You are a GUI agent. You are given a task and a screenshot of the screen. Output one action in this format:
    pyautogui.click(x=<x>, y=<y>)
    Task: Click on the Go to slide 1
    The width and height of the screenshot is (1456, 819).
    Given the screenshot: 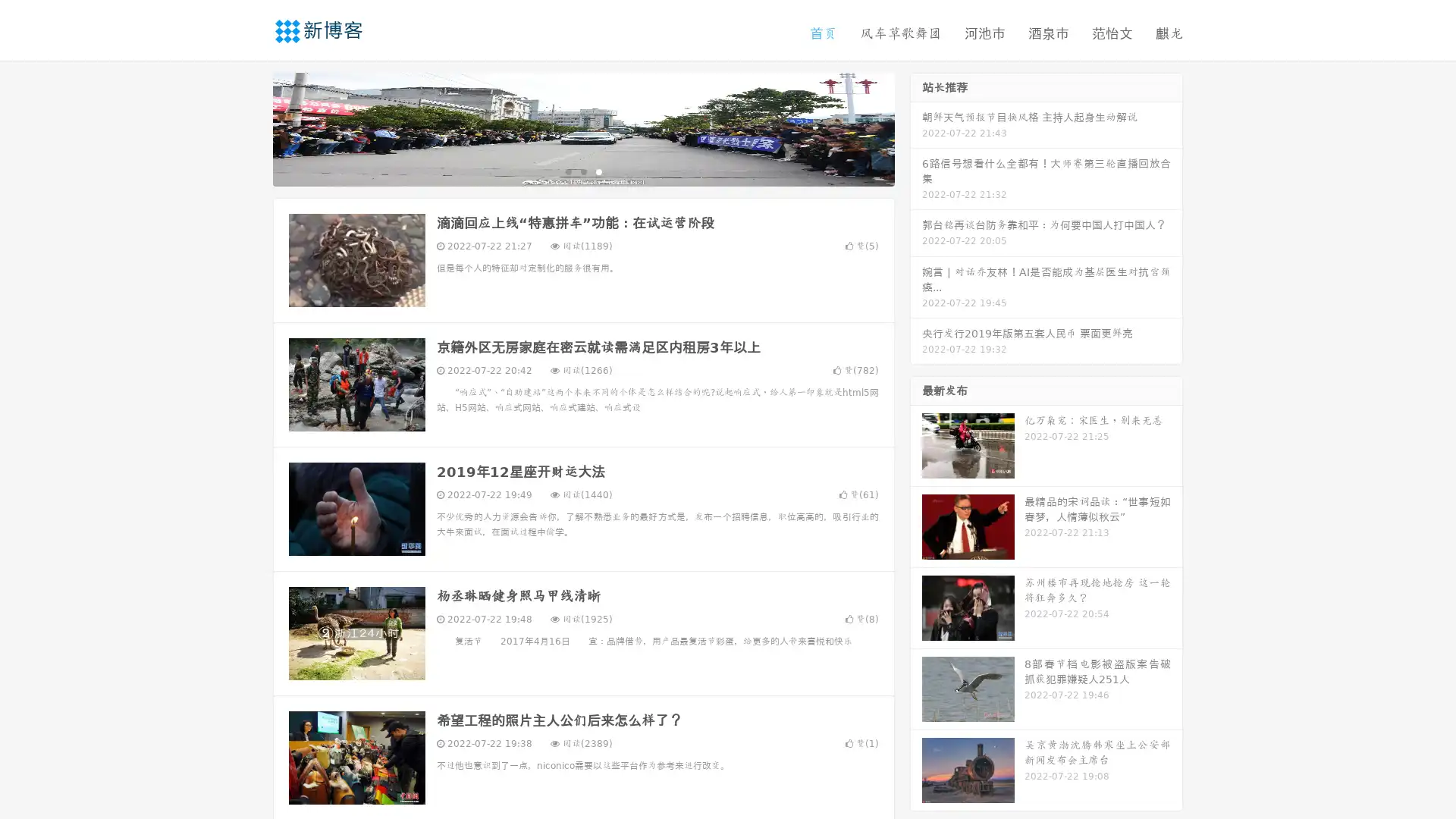 What is the action you would take?
    pyautogui.click(x=567, y=171)
    